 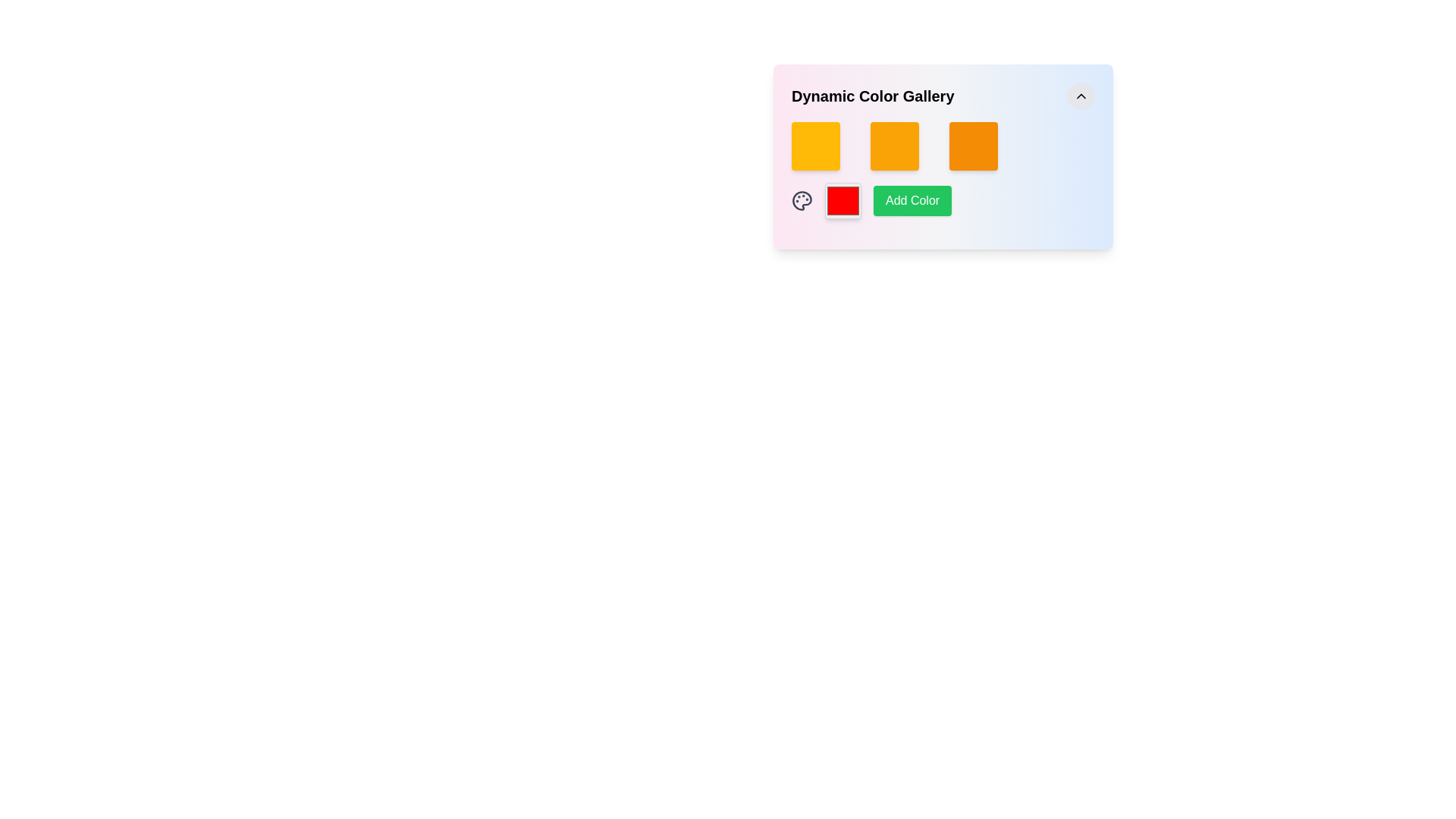 What do you see at coordinates (973, 146) in the screenshot?
I see `the third square with a rounded border and solid orange color in the 'Dynamic Color Gallery' section at the top of the interface` at bounding box center [973, 146].